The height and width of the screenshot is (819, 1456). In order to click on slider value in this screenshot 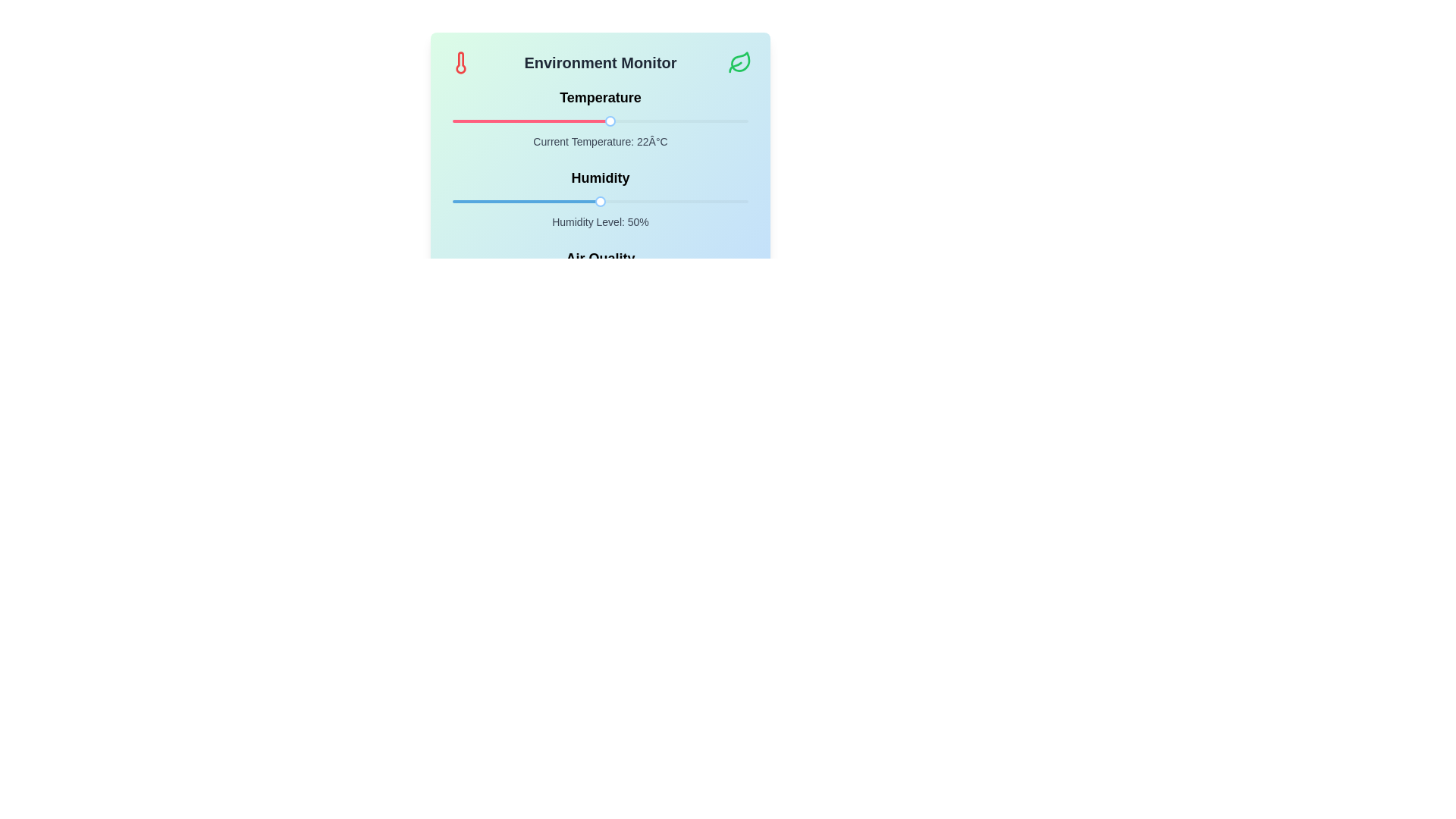, I will do `click(611, 201)`.